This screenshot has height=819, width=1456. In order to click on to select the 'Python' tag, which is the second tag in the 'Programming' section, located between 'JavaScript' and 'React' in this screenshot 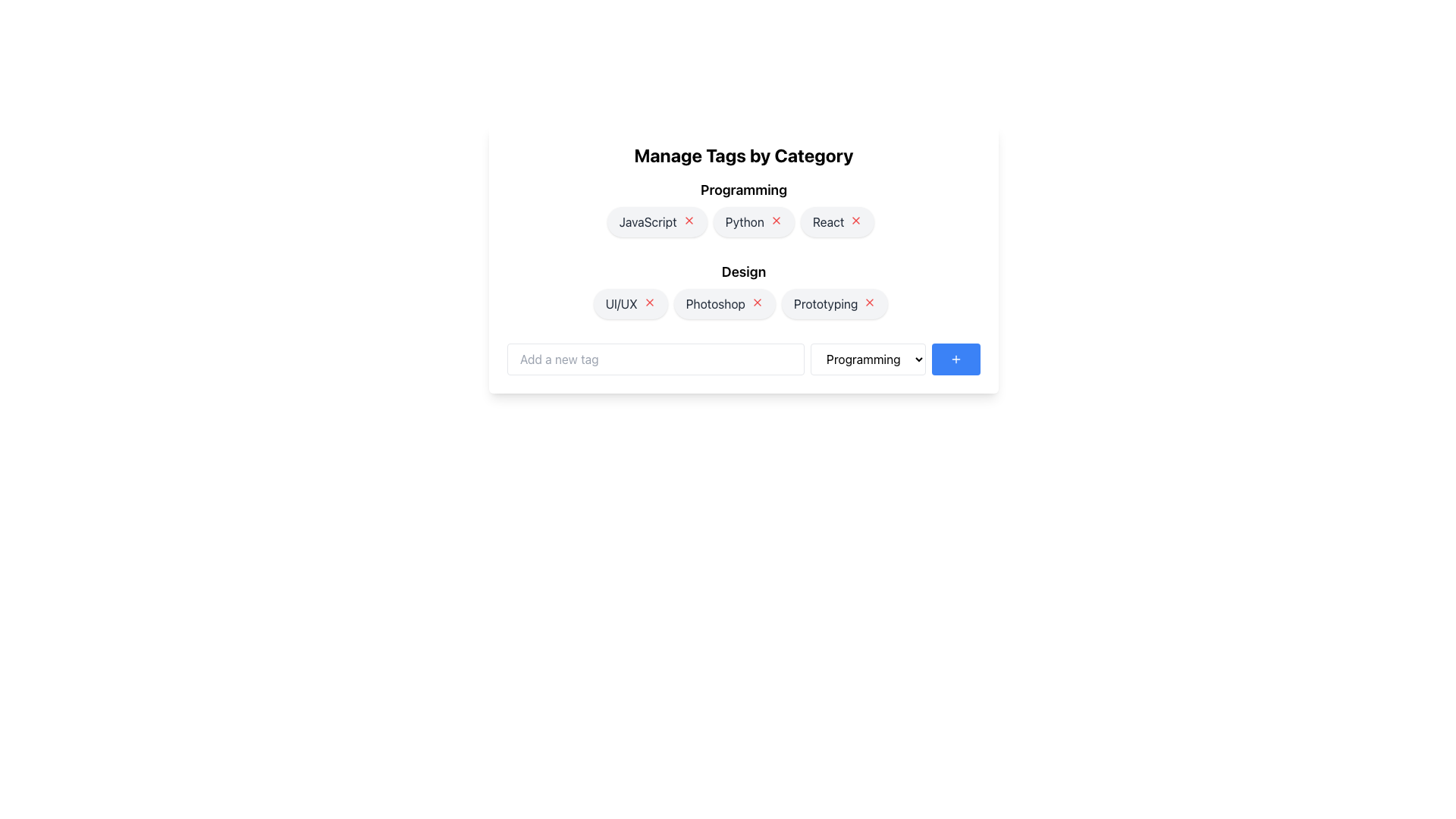, I will do `click(754, 222)`.